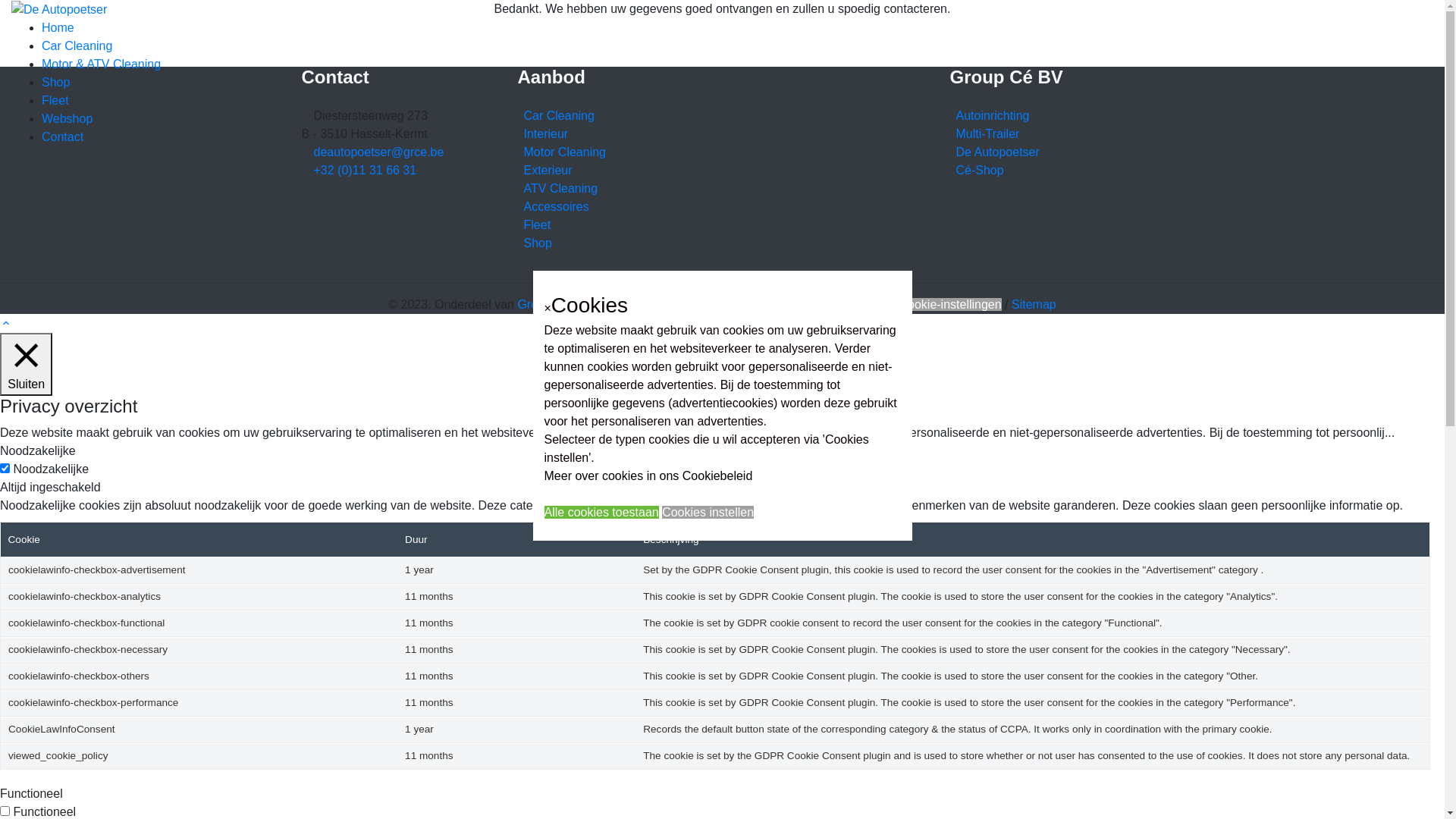  I want to click on 'Multi-Trailer', so click(984, 133).